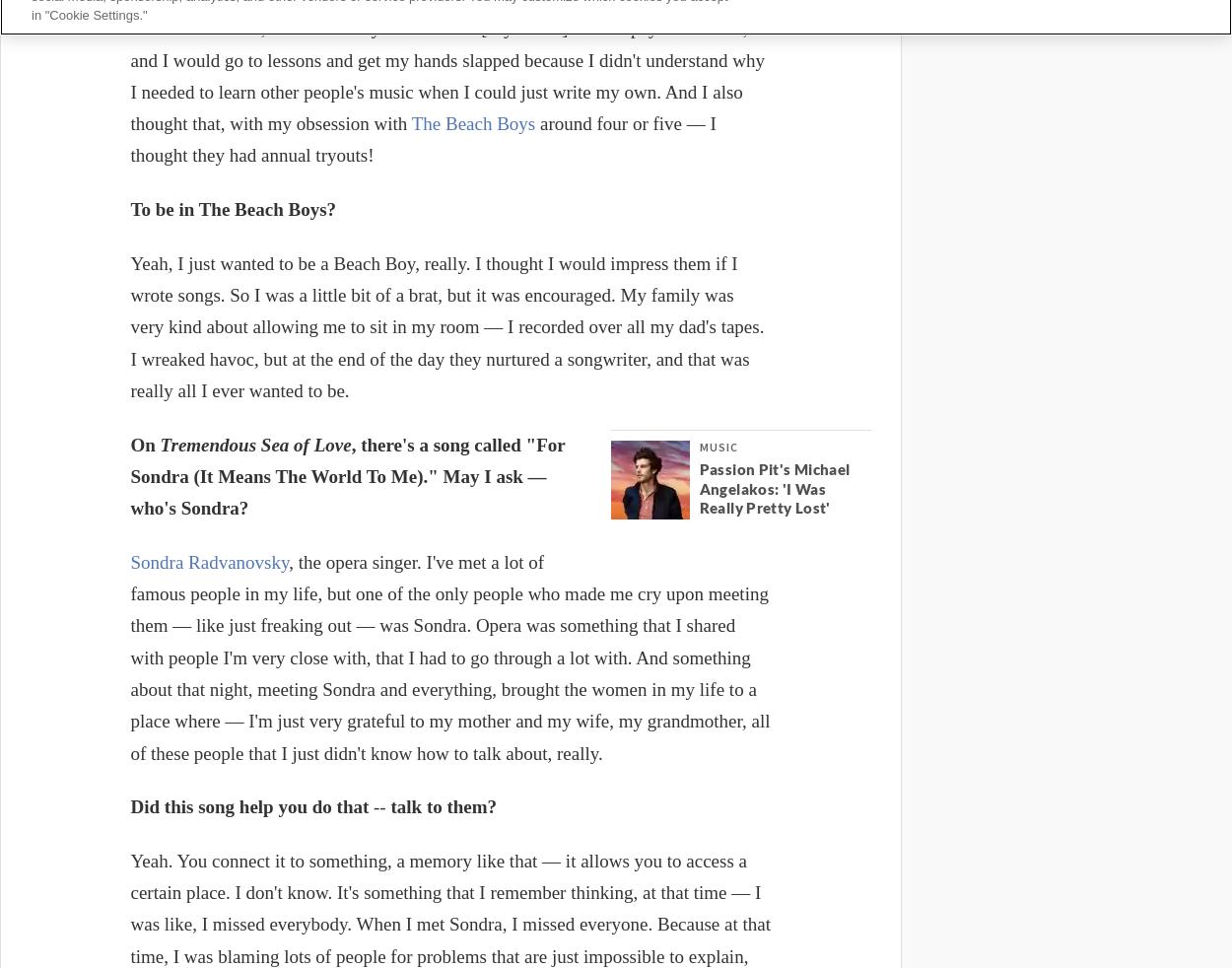  Describe the element at coordinates (448, 656) in the screenshot. I see `', the opera singer. I've met a lot of famous people in my life, but one of the only people who made me cry upon meeting them — like just freaking out — was Sondra. Opera was something that I shared with people I'm very close with, that I had to go through a lot with. And something about that night, meeting Sondra and everything, brought the women in my life to a place where — I'm just very grateful to my mother and my wife, my grandmother, all of these people that I just didn't know how to talk about, really.'` at that location.